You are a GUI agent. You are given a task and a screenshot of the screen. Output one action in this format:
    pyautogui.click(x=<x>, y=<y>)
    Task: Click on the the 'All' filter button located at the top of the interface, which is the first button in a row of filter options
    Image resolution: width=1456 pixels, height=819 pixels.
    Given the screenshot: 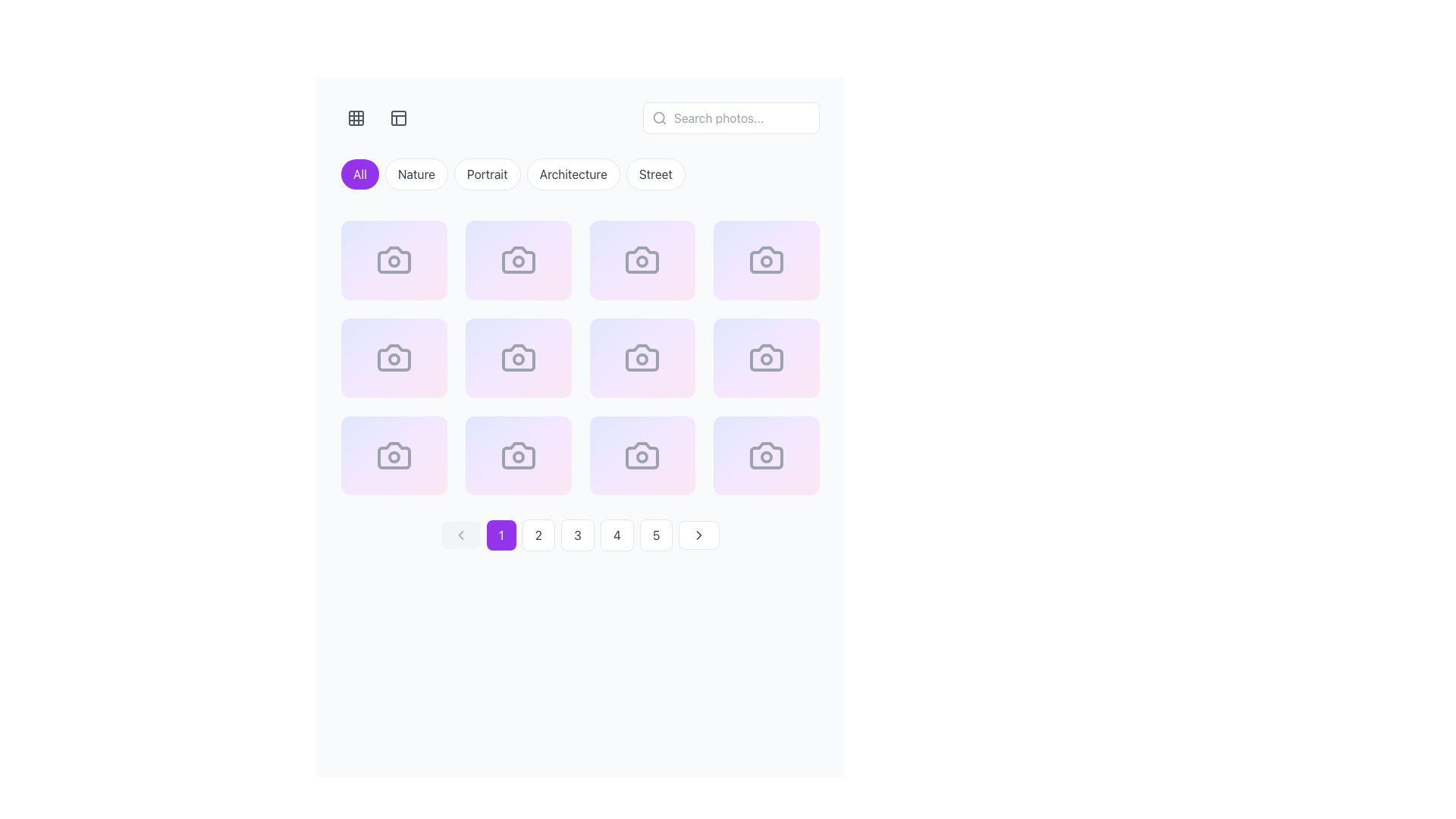 What is the action you would take?
    pyautogui.click(x=359, y=174)
    